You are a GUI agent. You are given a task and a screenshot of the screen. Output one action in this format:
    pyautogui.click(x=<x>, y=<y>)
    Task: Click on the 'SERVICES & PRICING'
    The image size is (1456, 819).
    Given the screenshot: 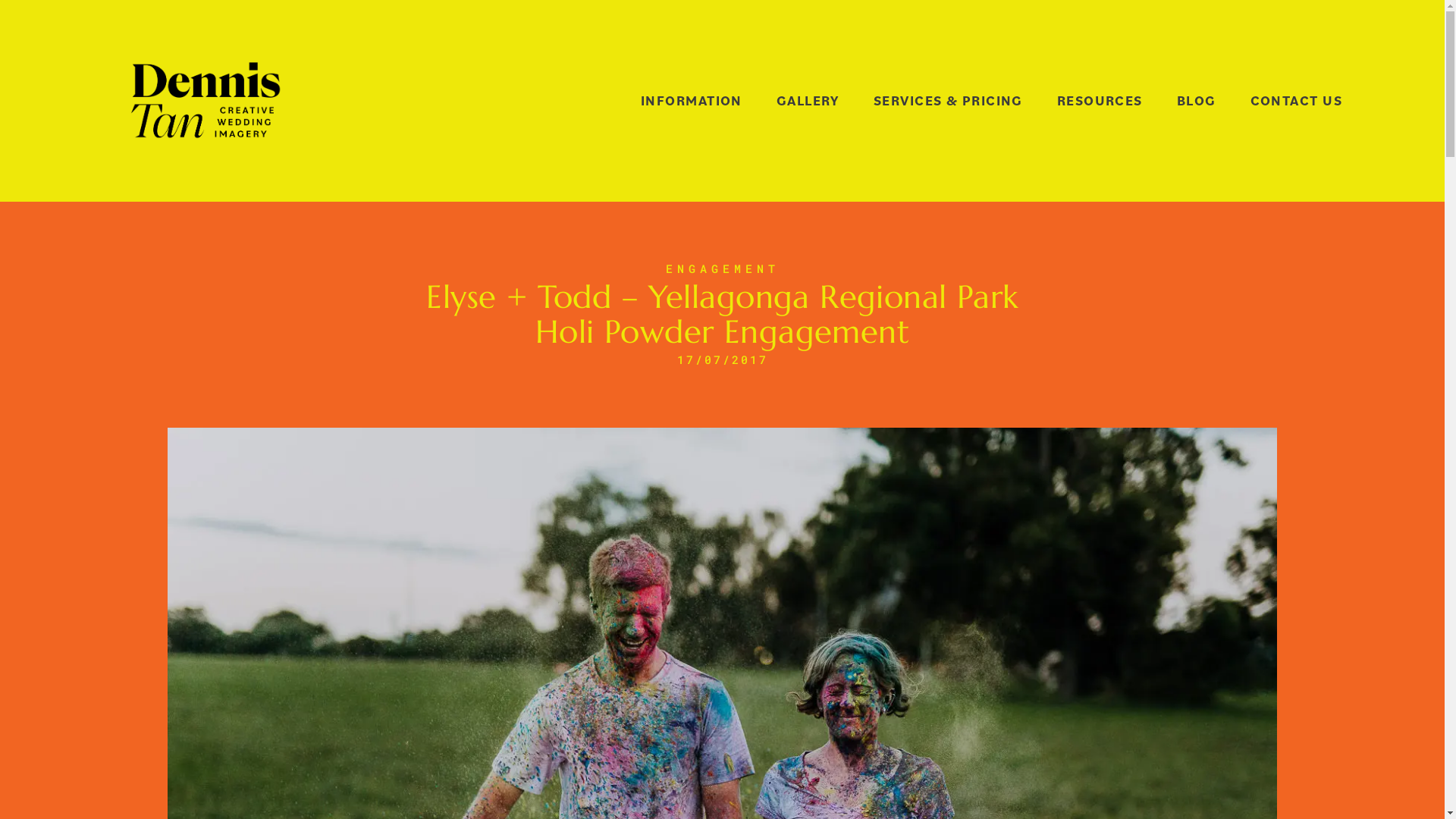 What is the action you would take?
    pyautogui.click(x=947, y=101)
    